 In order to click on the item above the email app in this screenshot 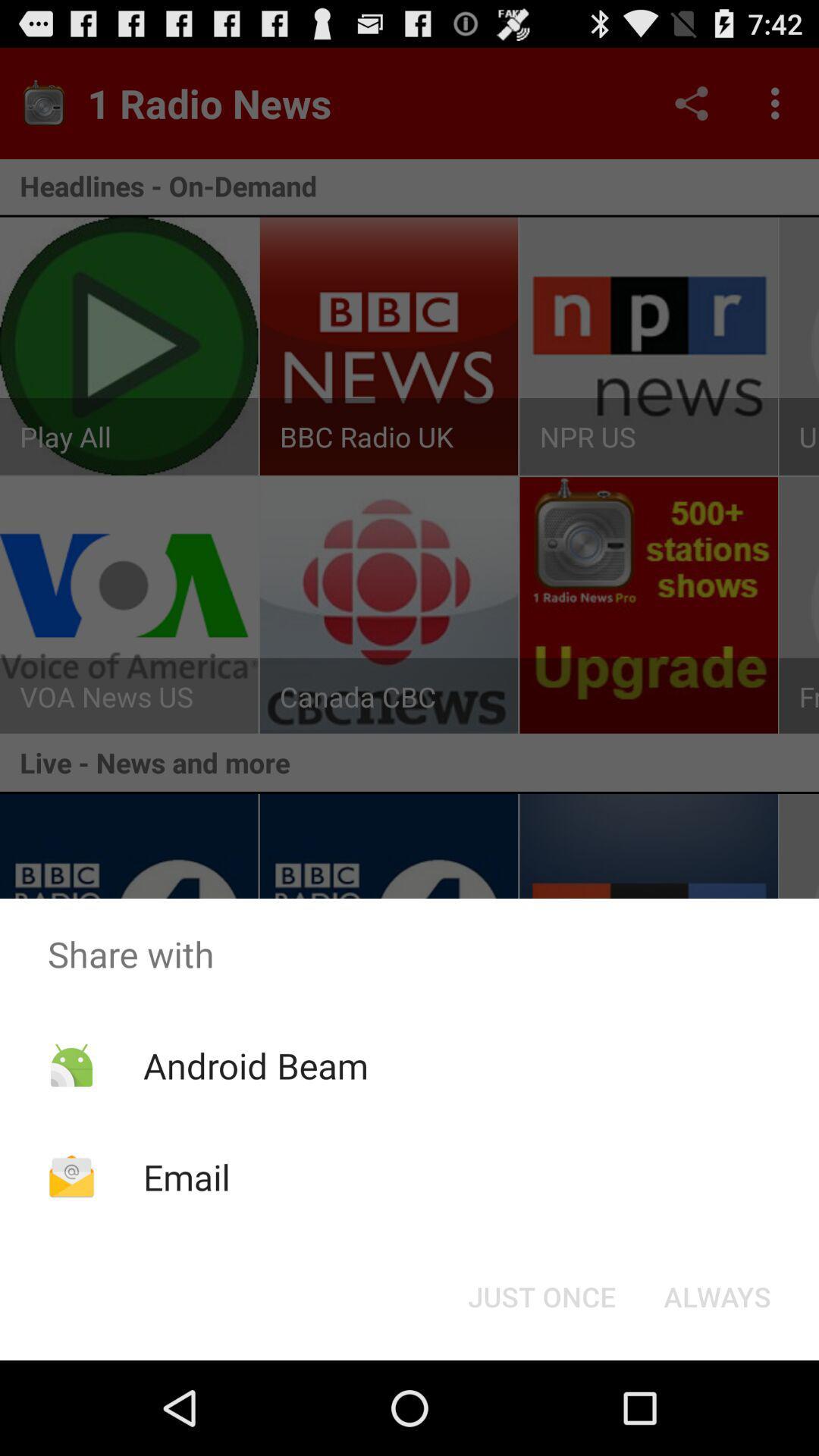, I will do `click(255, 1065)`.